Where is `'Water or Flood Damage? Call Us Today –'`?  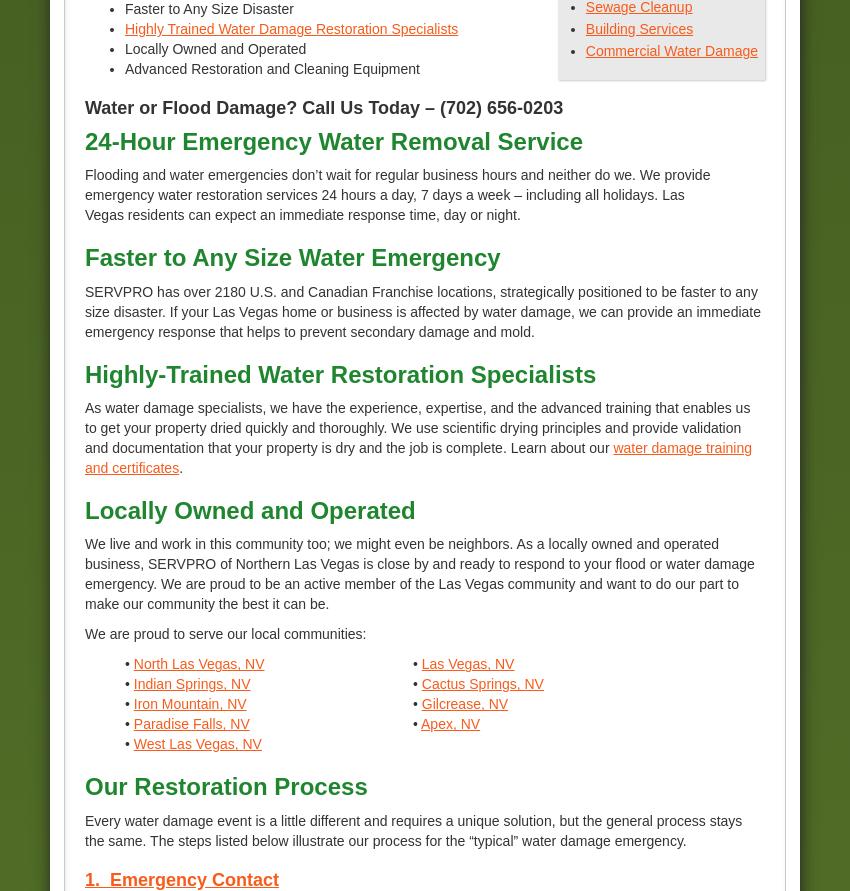 'Water or Flood Damage? Call Us Today –' is located at coordinates (261, 106).